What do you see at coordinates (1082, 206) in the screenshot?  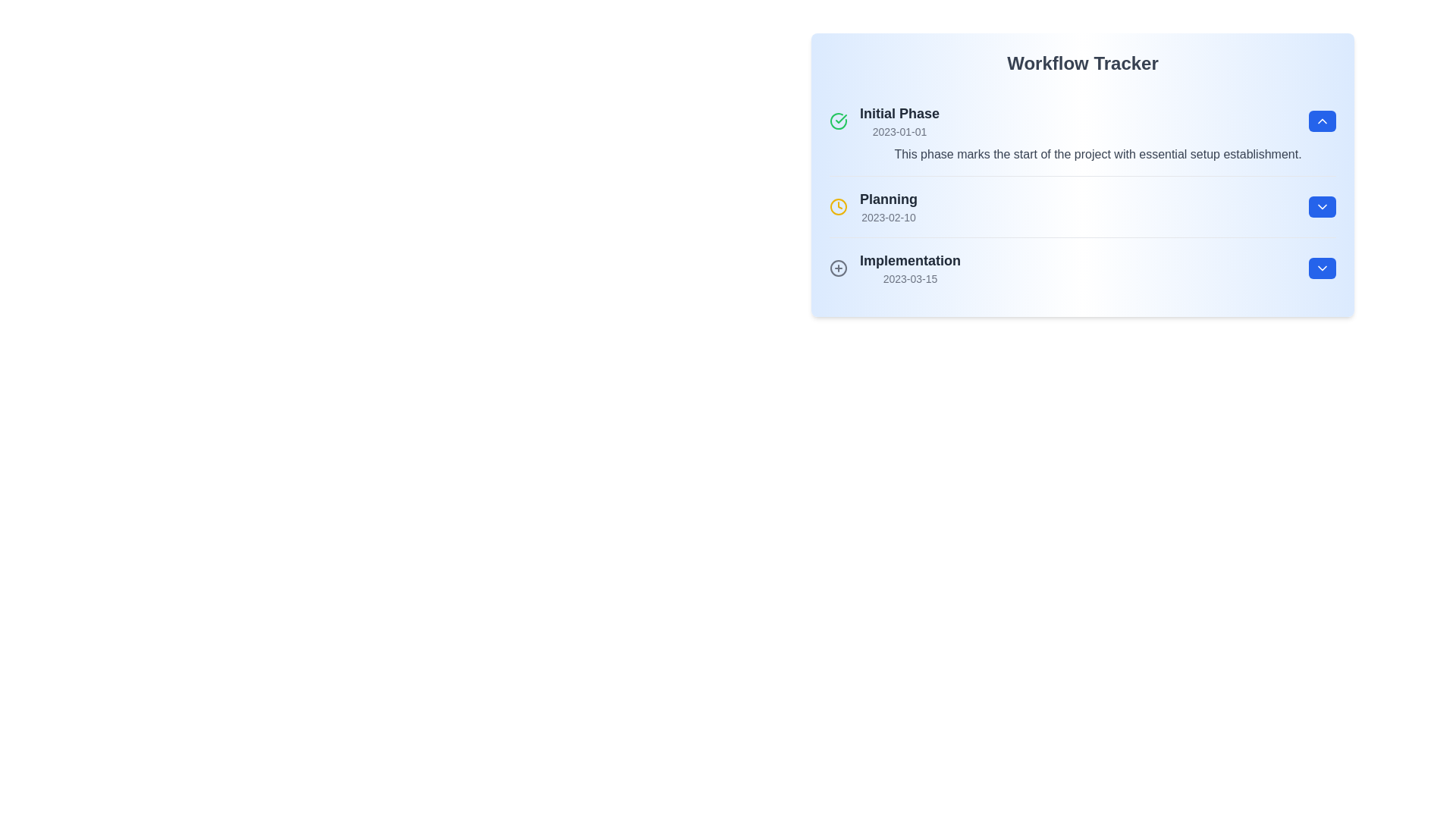 I see `information displayed for the 'Planning' phase in the workflow tracker, which is the second item in the list between 'Initial Phase' and 'Implementation'` at bounding box center [1082, 206].